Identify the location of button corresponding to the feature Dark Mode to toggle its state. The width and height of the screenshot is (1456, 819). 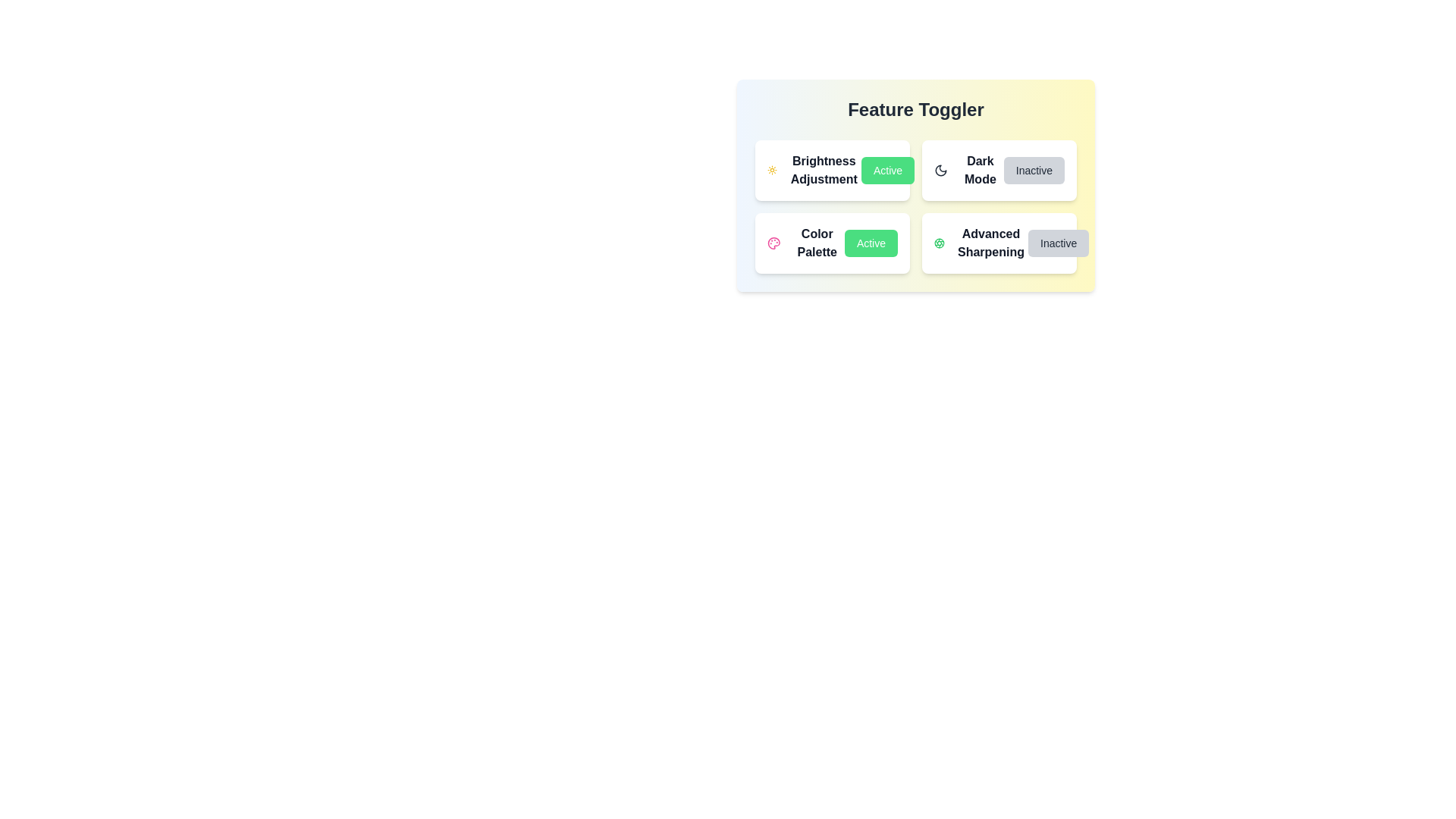
(1033, 170).